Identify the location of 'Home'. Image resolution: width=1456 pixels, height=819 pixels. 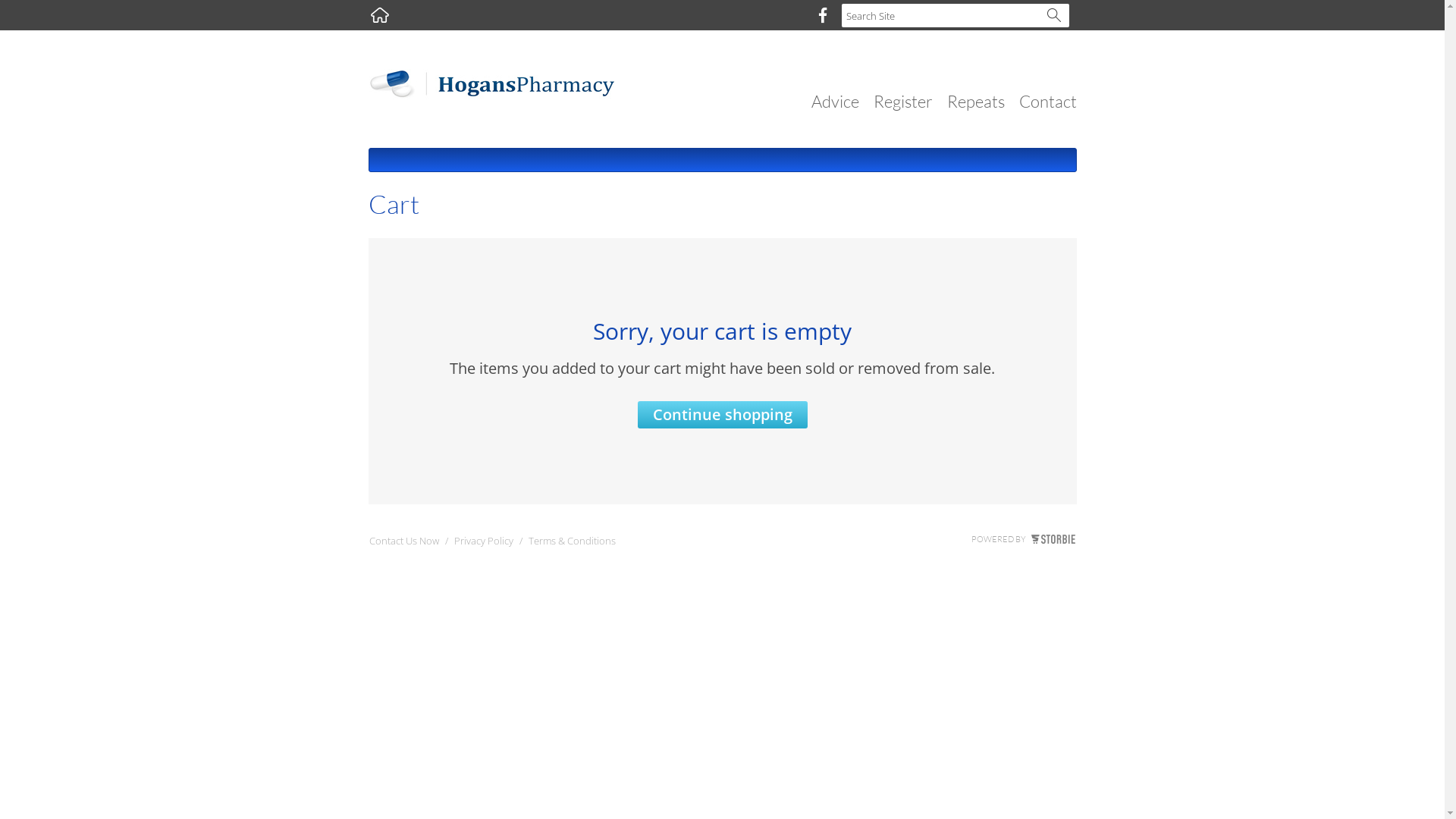
(379, 14).